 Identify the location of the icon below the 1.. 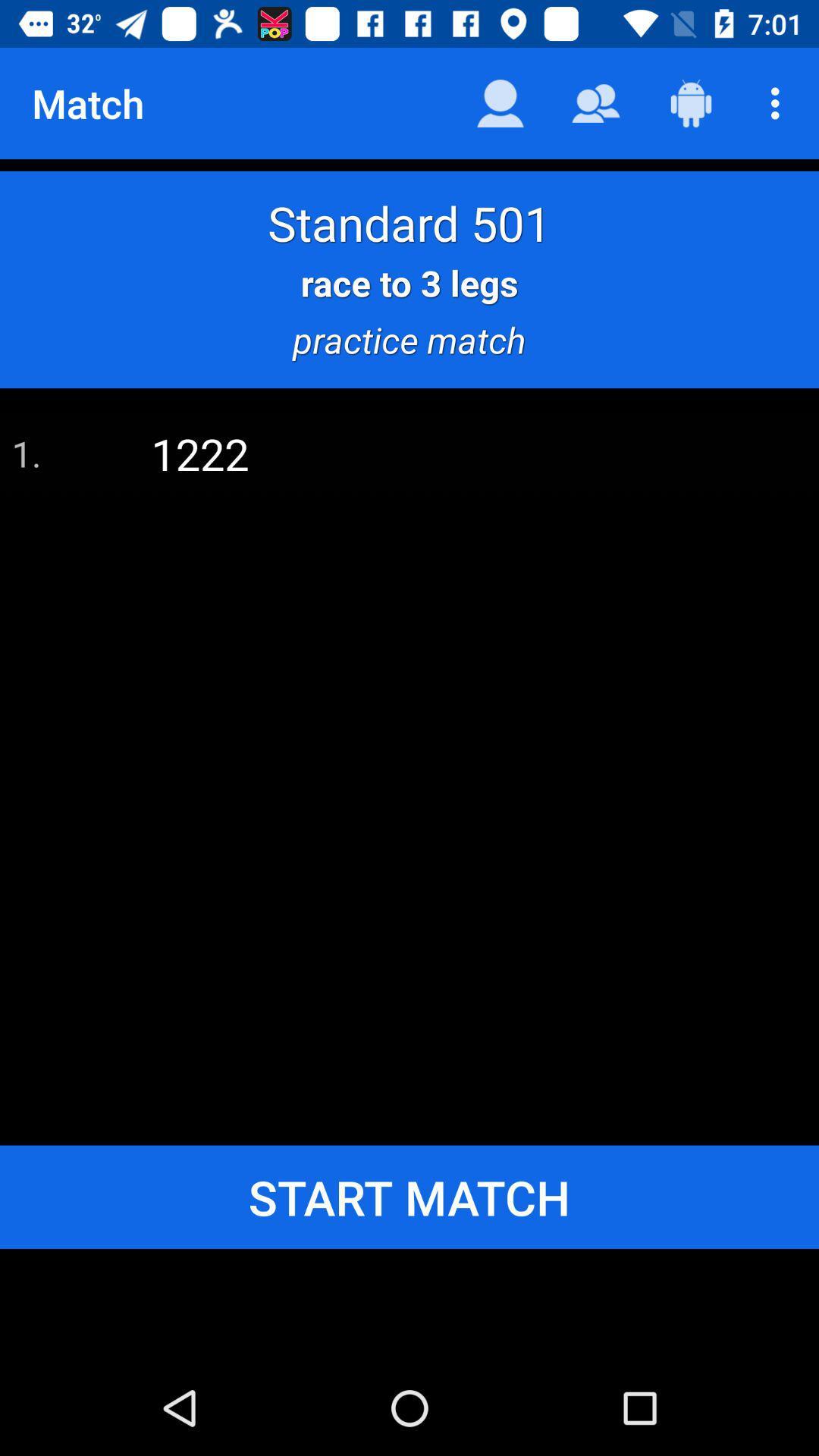
(409, 1196).